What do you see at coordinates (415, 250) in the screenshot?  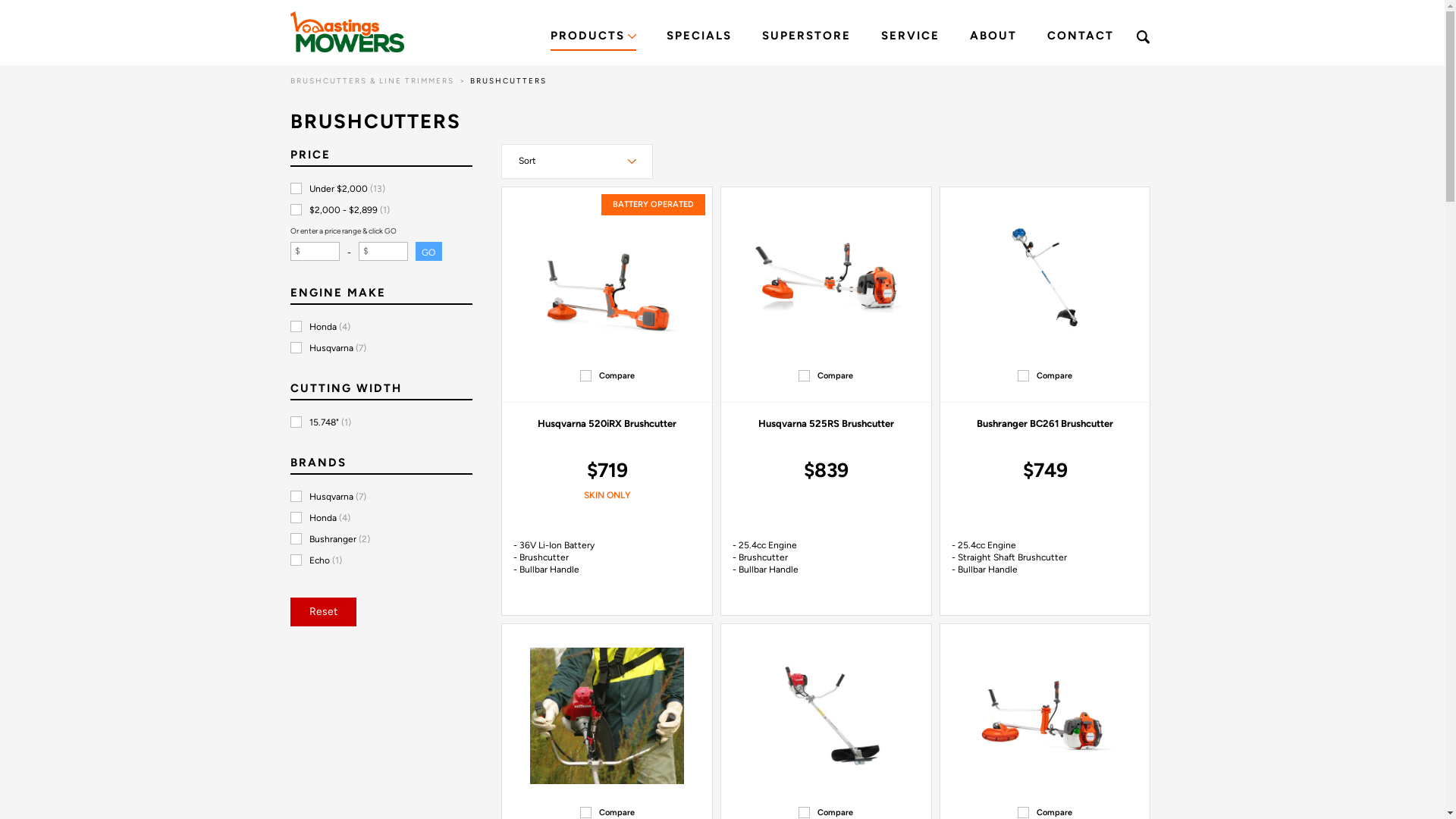 I see `'GO'` at bounding box center [415, 250].